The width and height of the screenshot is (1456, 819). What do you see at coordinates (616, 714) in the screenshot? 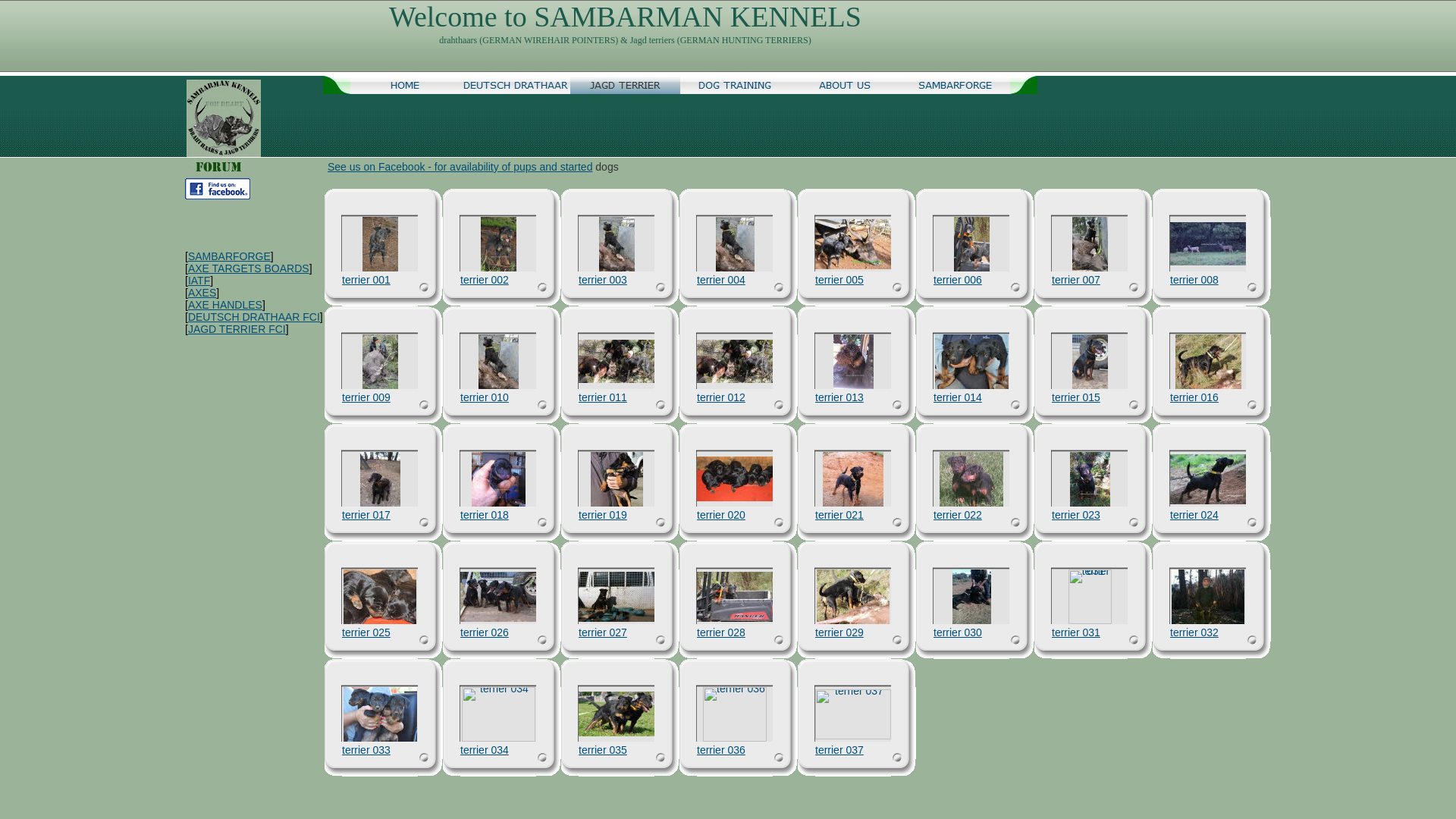
I see `'terrier 035'` at bounding box center [616, 714].